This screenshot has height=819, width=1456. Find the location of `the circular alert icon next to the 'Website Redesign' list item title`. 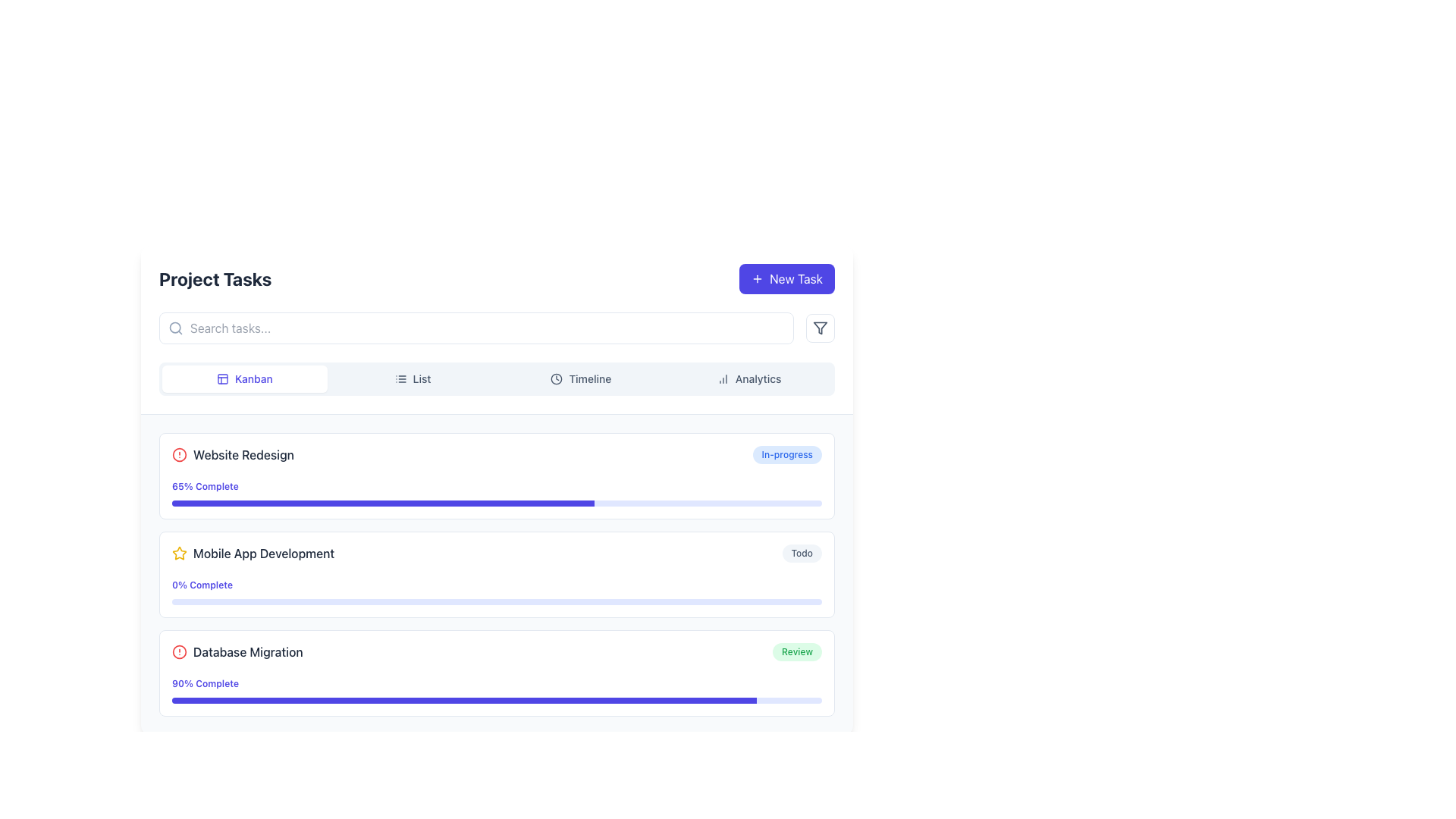

the circular alert icon next to the 'Website Redesign' list item title is located at coordinates (232, 454).